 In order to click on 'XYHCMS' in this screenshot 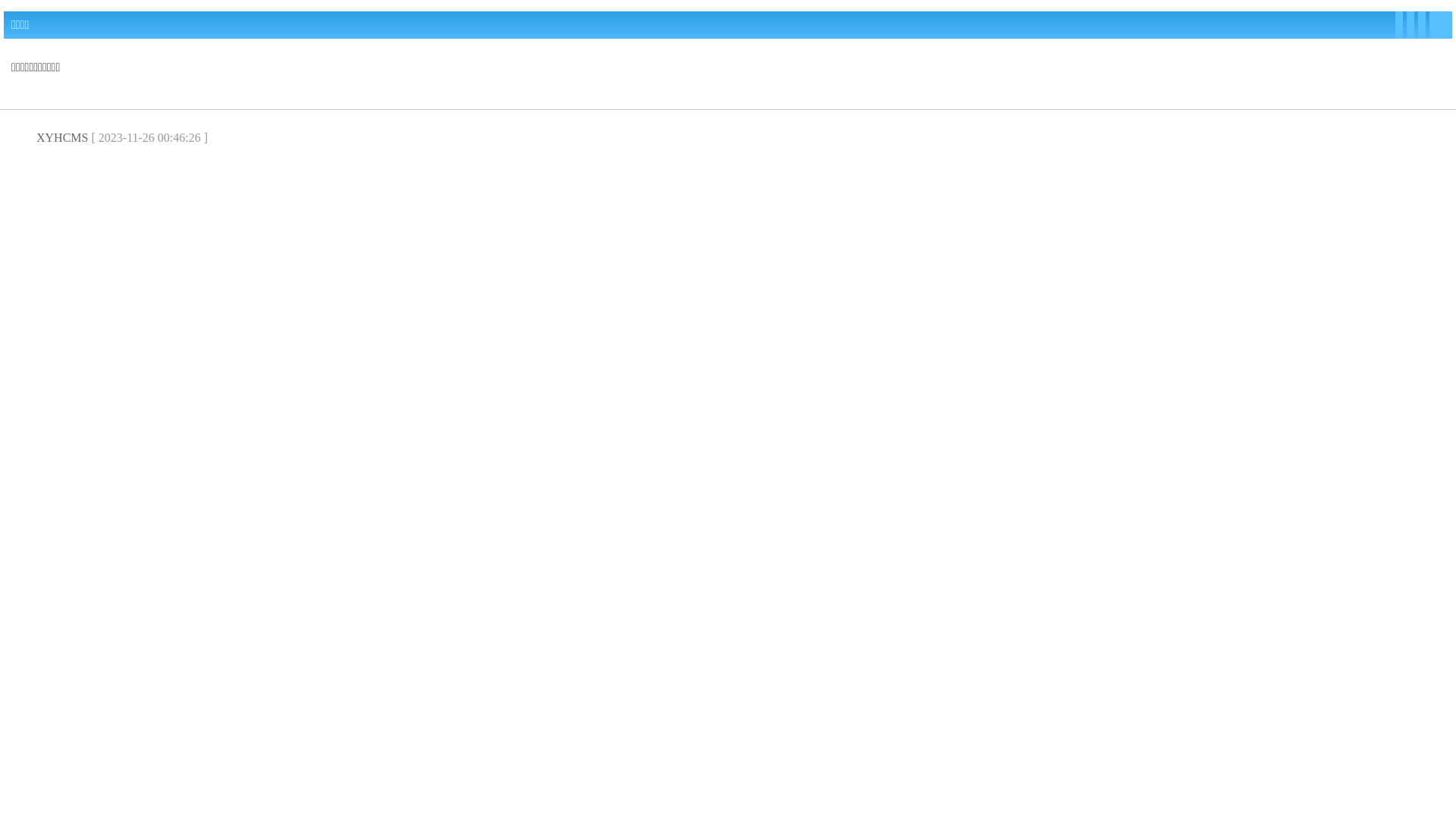, I will do `click(61, 137)`.